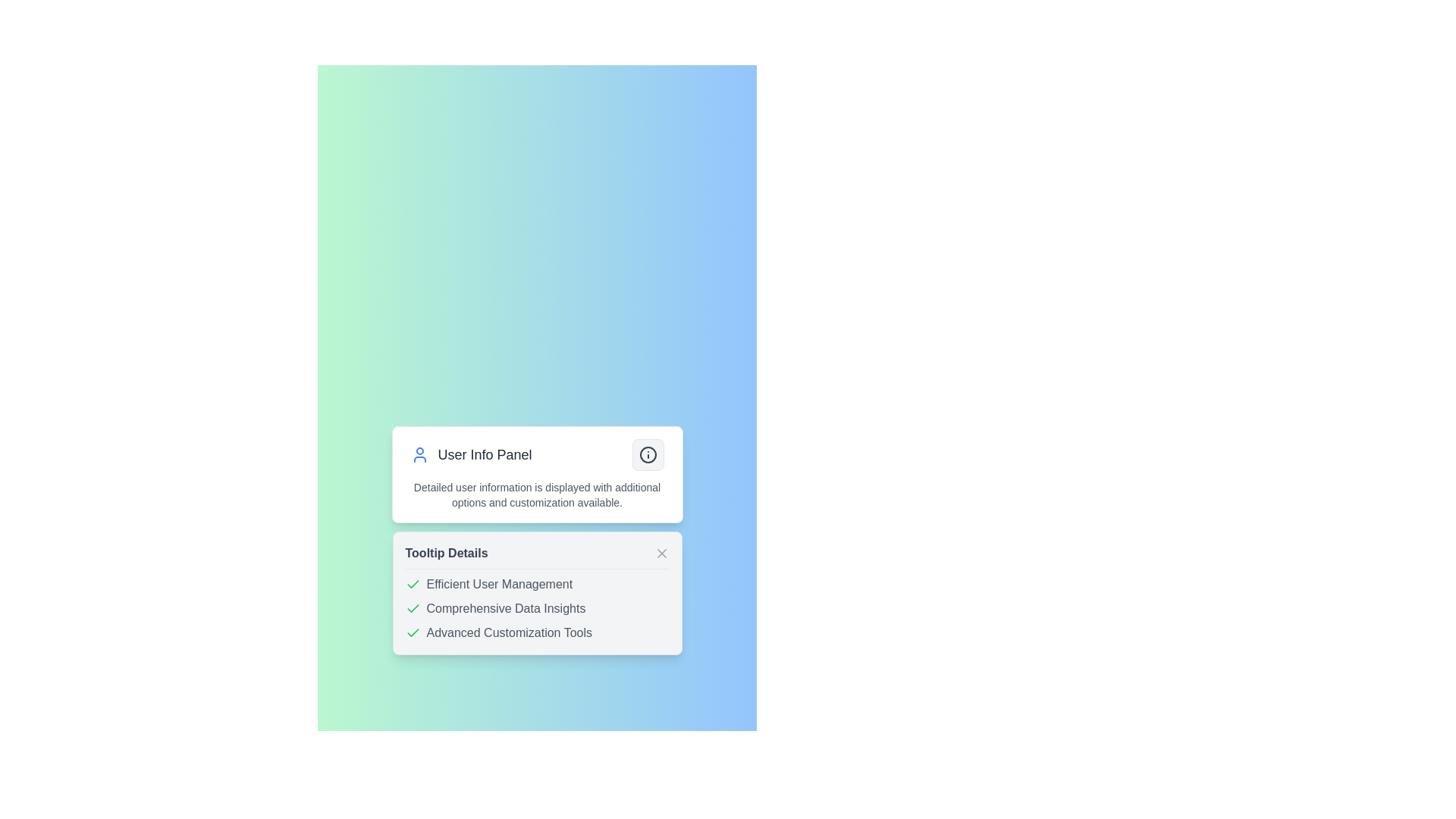 The width and height of the screenshot is (1456, 819). What do you see at coordinates (413, 632) in the screenshot?
I see `the icon indicating that 'Advanced Customization Tools' is selected or enabled, which appears directly to the left of the text in the vertically stacked list` at bounding box center [413, 632].